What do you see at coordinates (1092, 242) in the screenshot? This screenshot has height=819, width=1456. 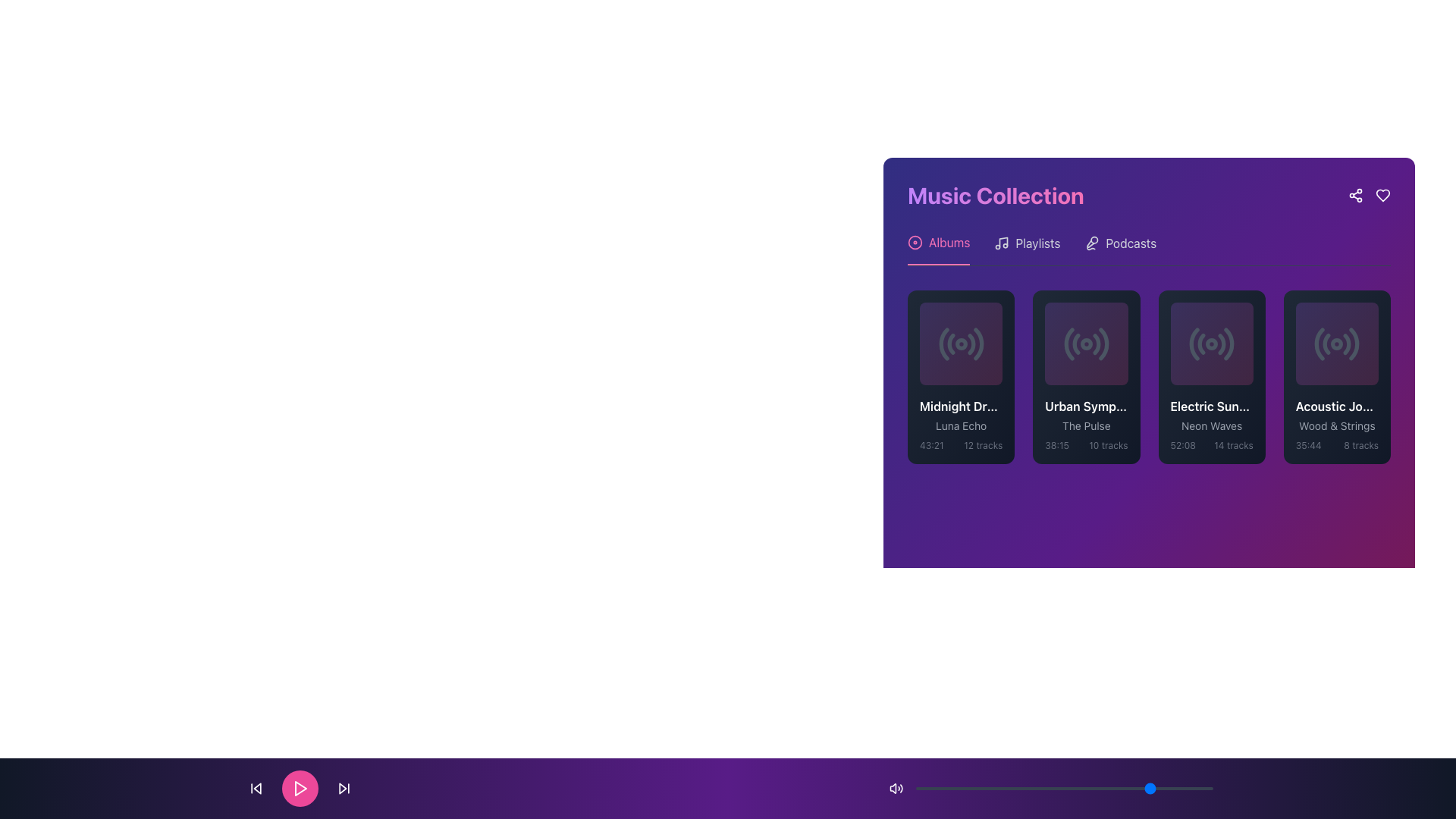 I see `the small, circular microphone icon in the Podcasts section of the navigation menu` at bounding box center [1092, 242].